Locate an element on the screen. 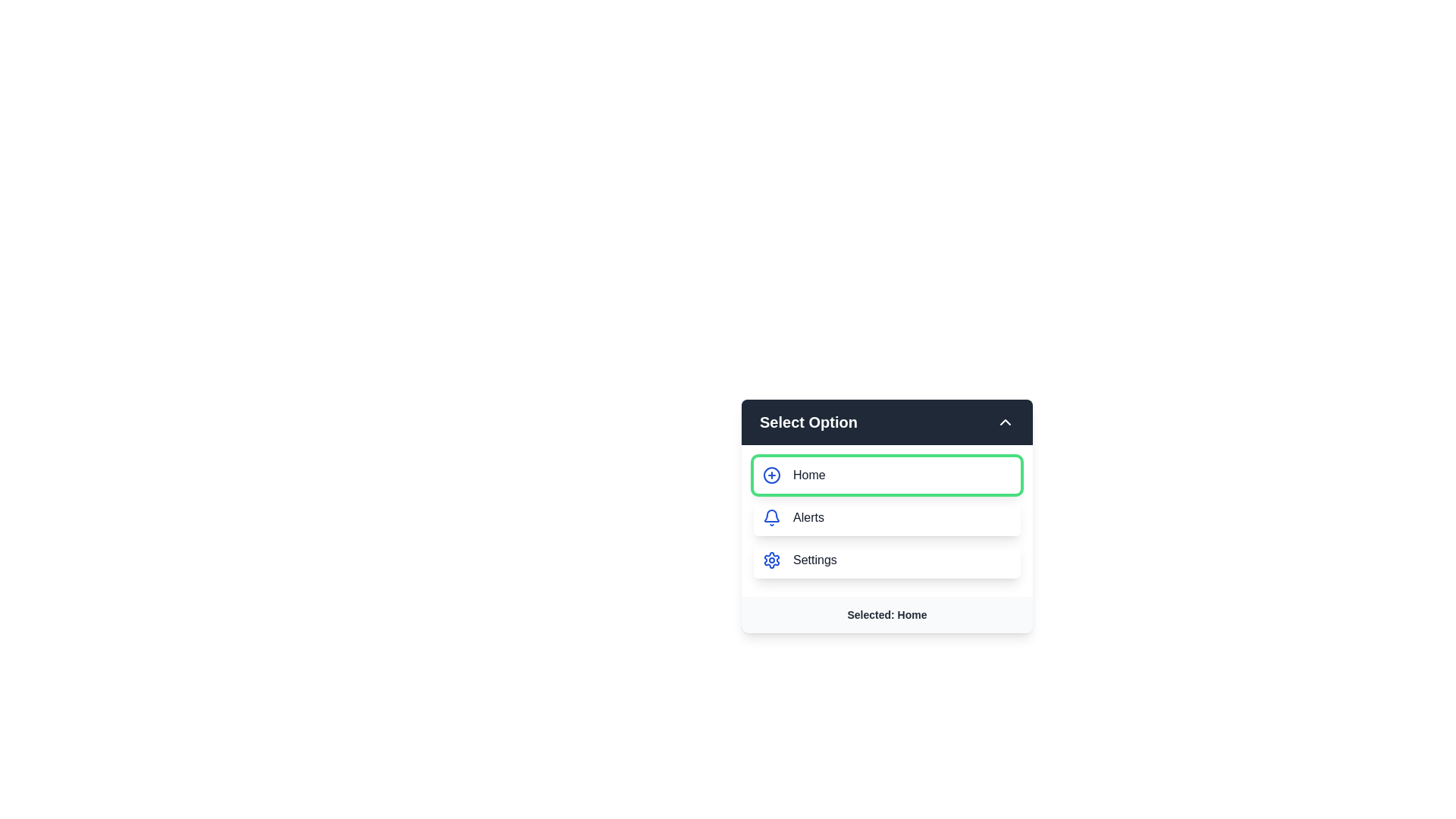 Image resolution: width=1456 pixels, height=819 pixels. the blue circular icon with a plus sign, which is part of the 'Home' menu option located to the left of the text 'Home' is located at coordinates (771, 475).